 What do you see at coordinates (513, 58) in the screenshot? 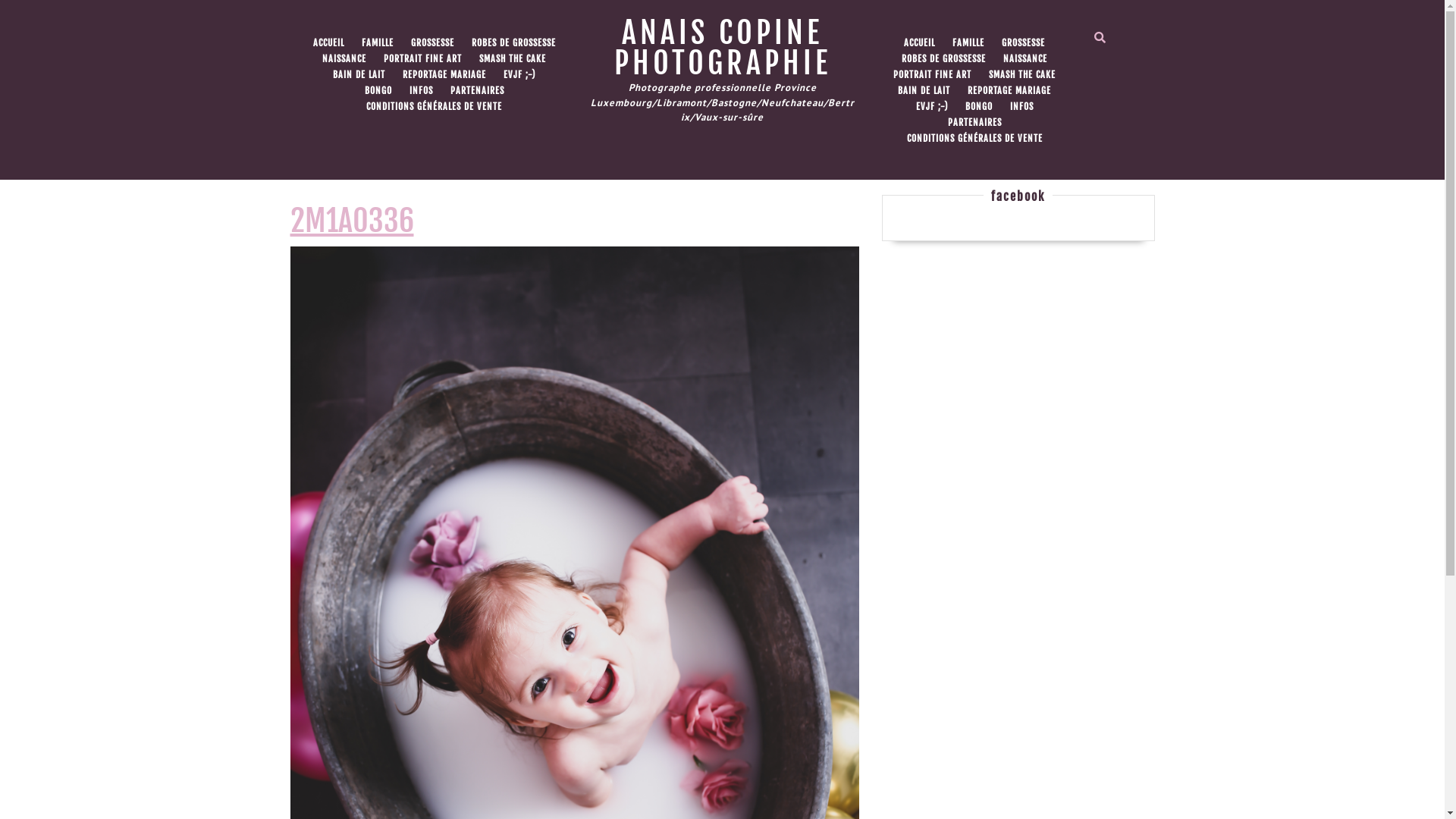
I see `'SMASH THE CAKE'` at bounding box center [513, 58].